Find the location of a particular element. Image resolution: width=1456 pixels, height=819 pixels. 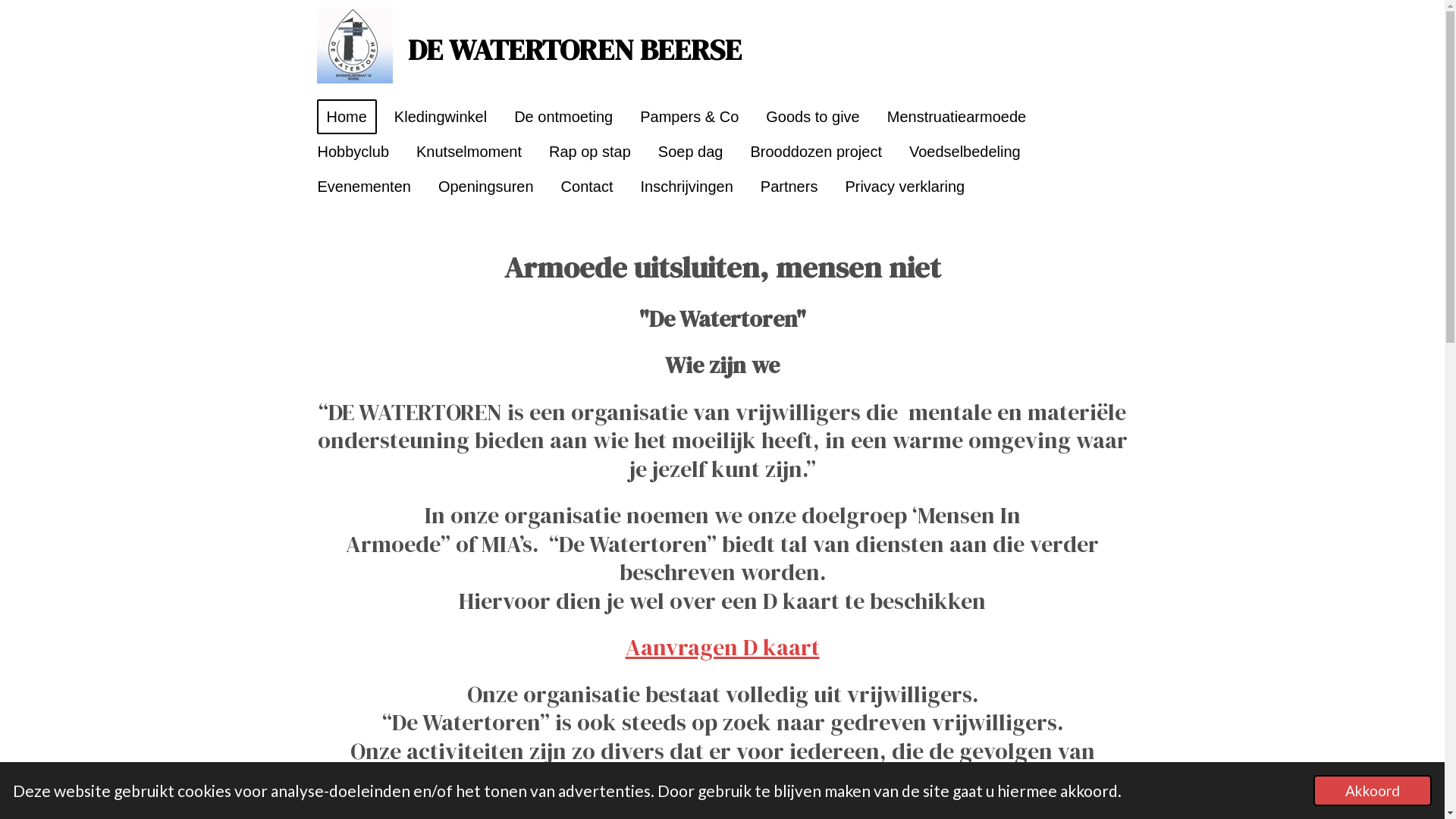

'Hobbyclub' is located at coordinates (353, 152).